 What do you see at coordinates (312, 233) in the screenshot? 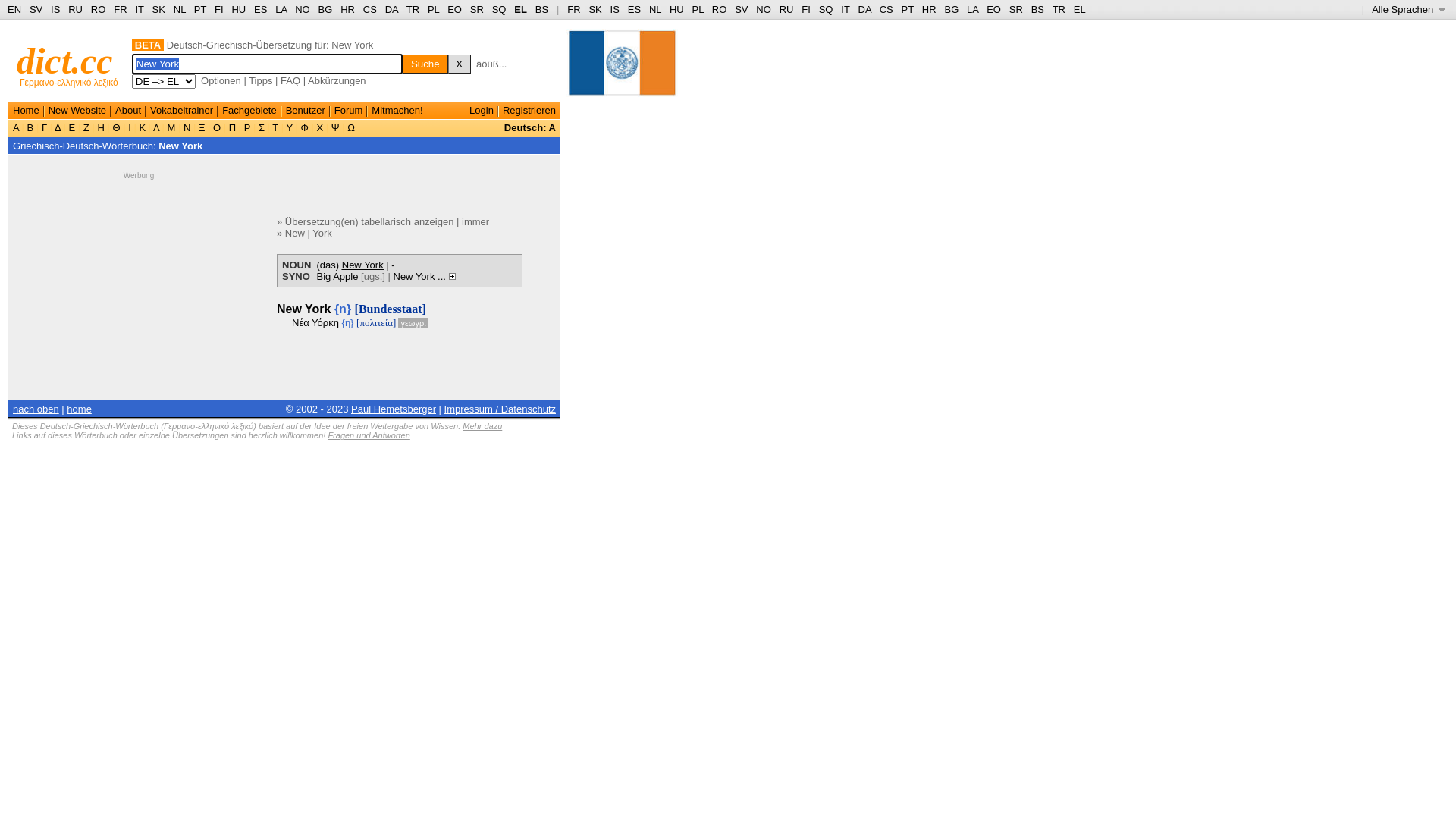
I see `'York'` at bounding box center [312, 233].